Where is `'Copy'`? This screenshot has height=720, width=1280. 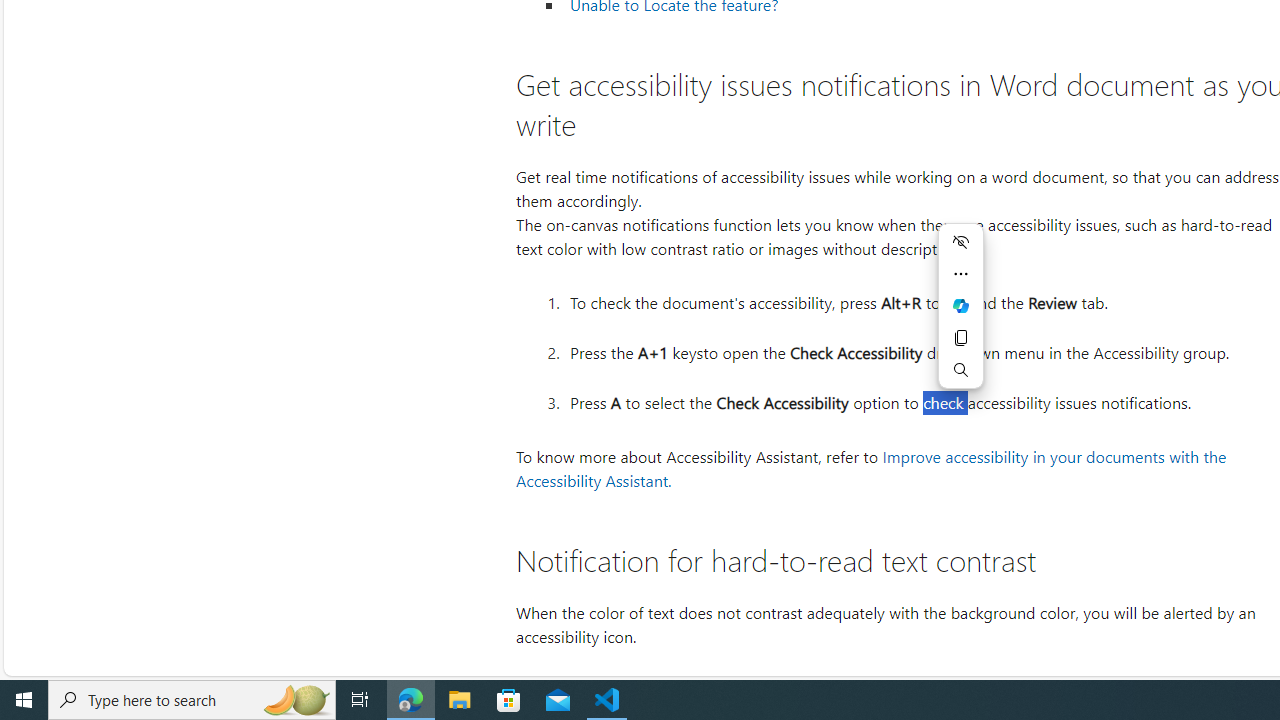 'Copy' is located at coordinates (961, 337).